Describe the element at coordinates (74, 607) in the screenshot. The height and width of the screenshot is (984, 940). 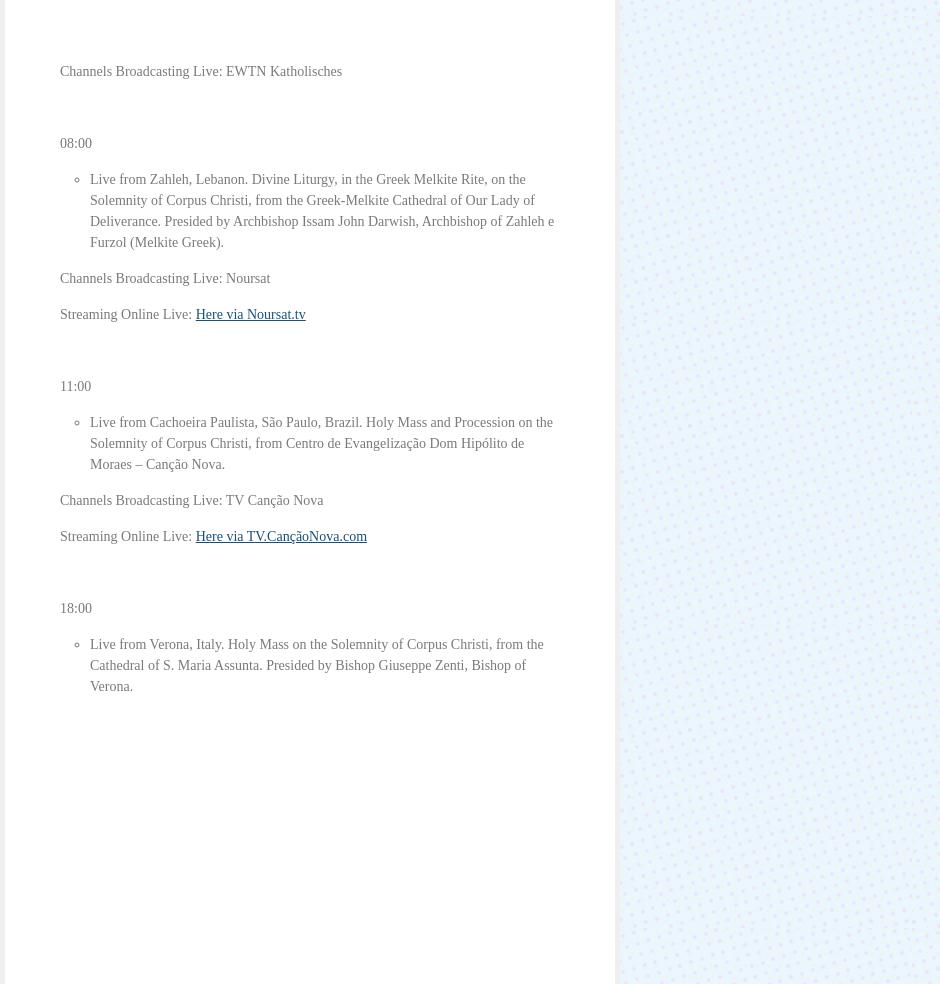
I see `'18:00'` at that location.